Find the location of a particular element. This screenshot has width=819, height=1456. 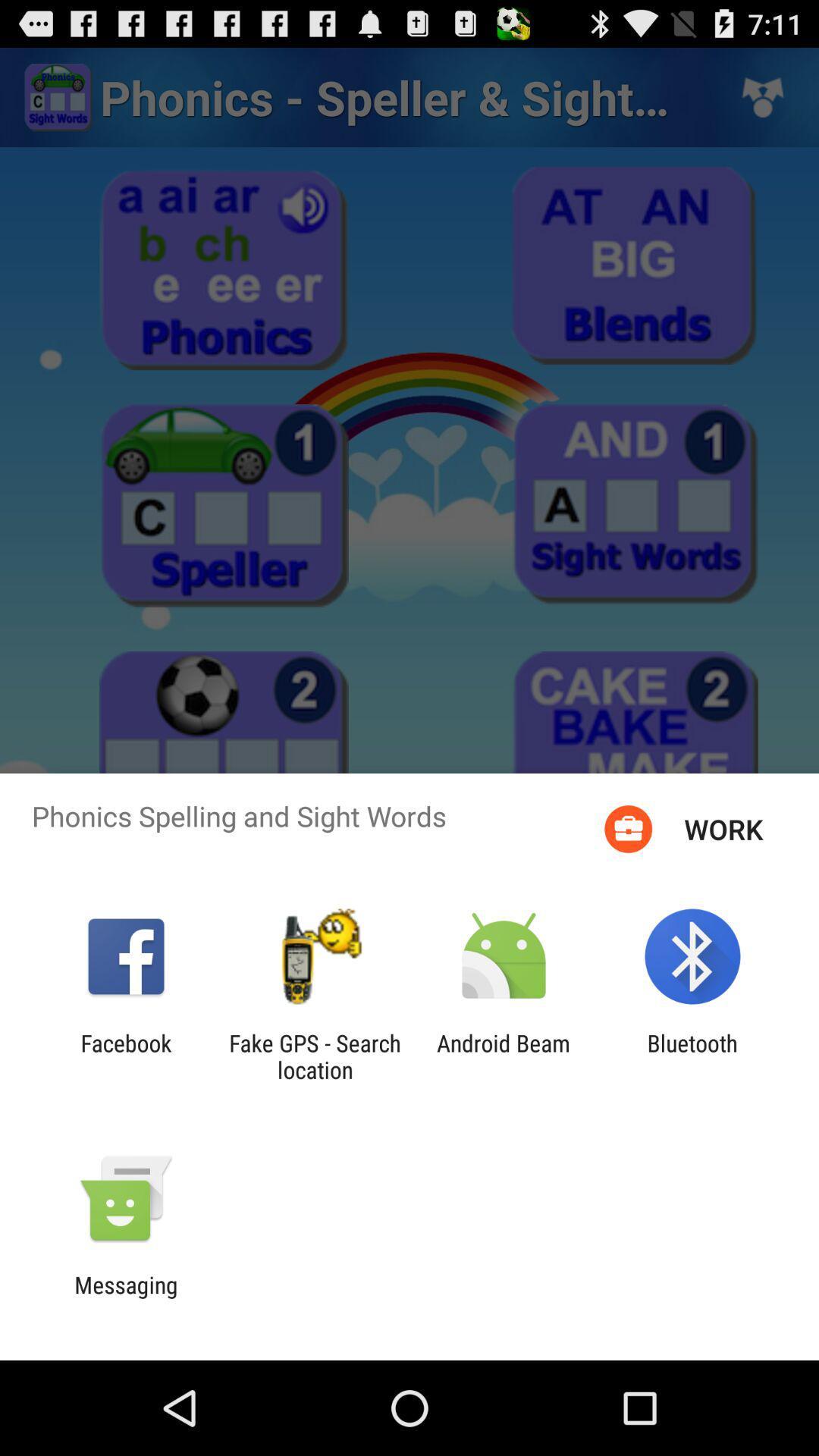

the item to the right of the facebook app is located at coordinates (314, 1056).